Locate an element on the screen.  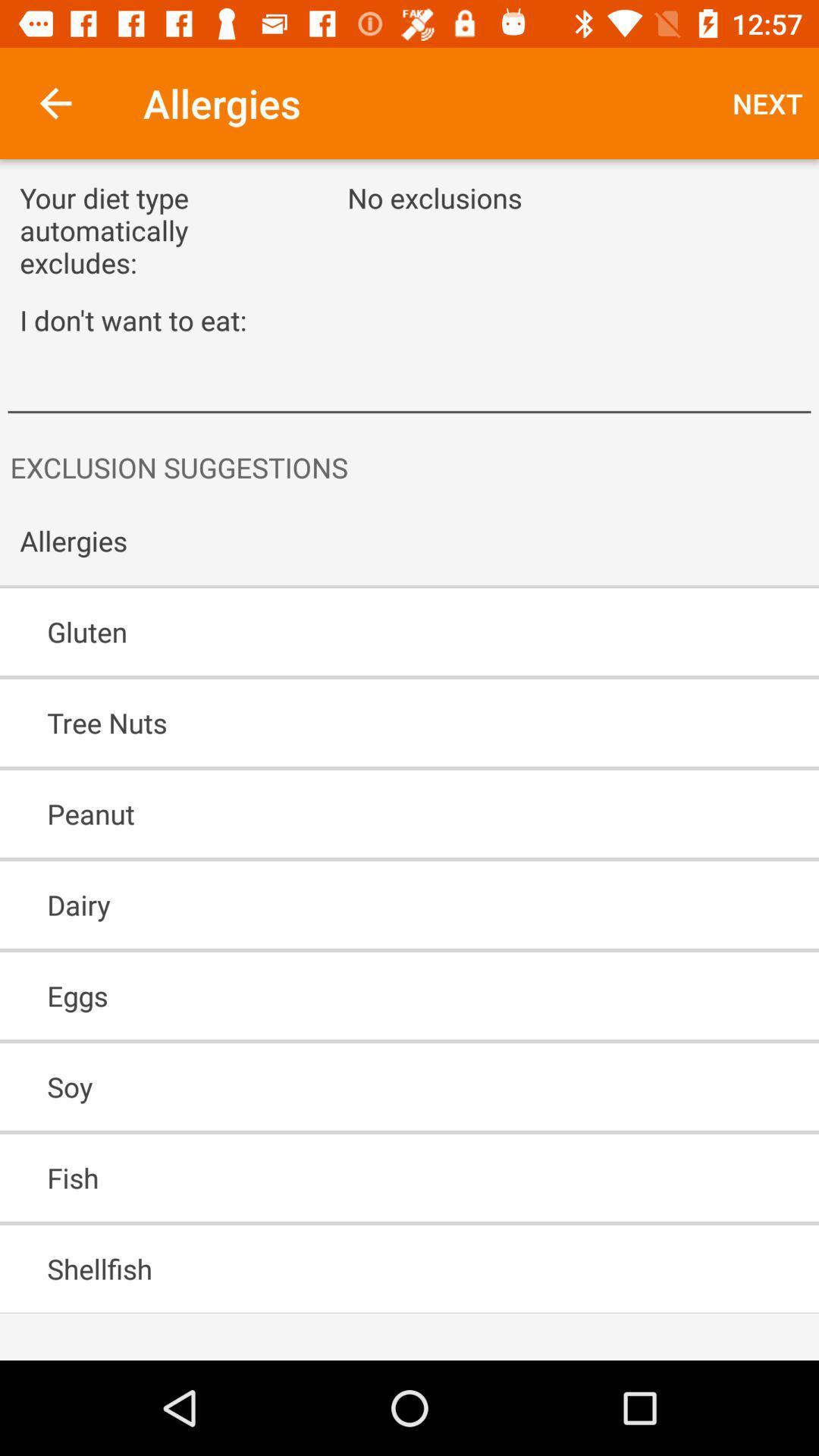
tree nuts item is located at coordinates (366, 722).